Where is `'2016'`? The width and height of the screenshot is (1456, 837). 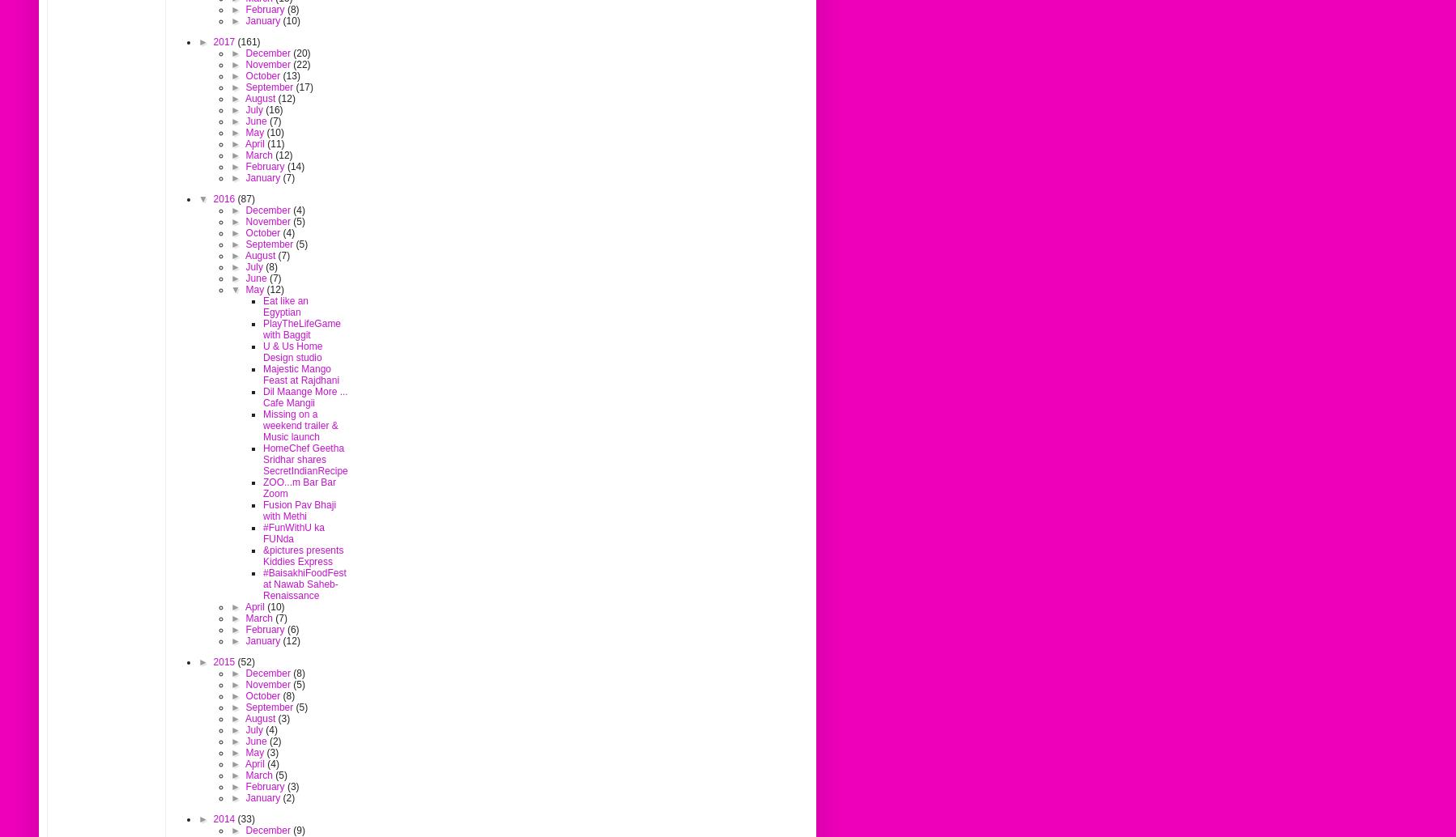 '2016' is located at coordinates (224, 198).